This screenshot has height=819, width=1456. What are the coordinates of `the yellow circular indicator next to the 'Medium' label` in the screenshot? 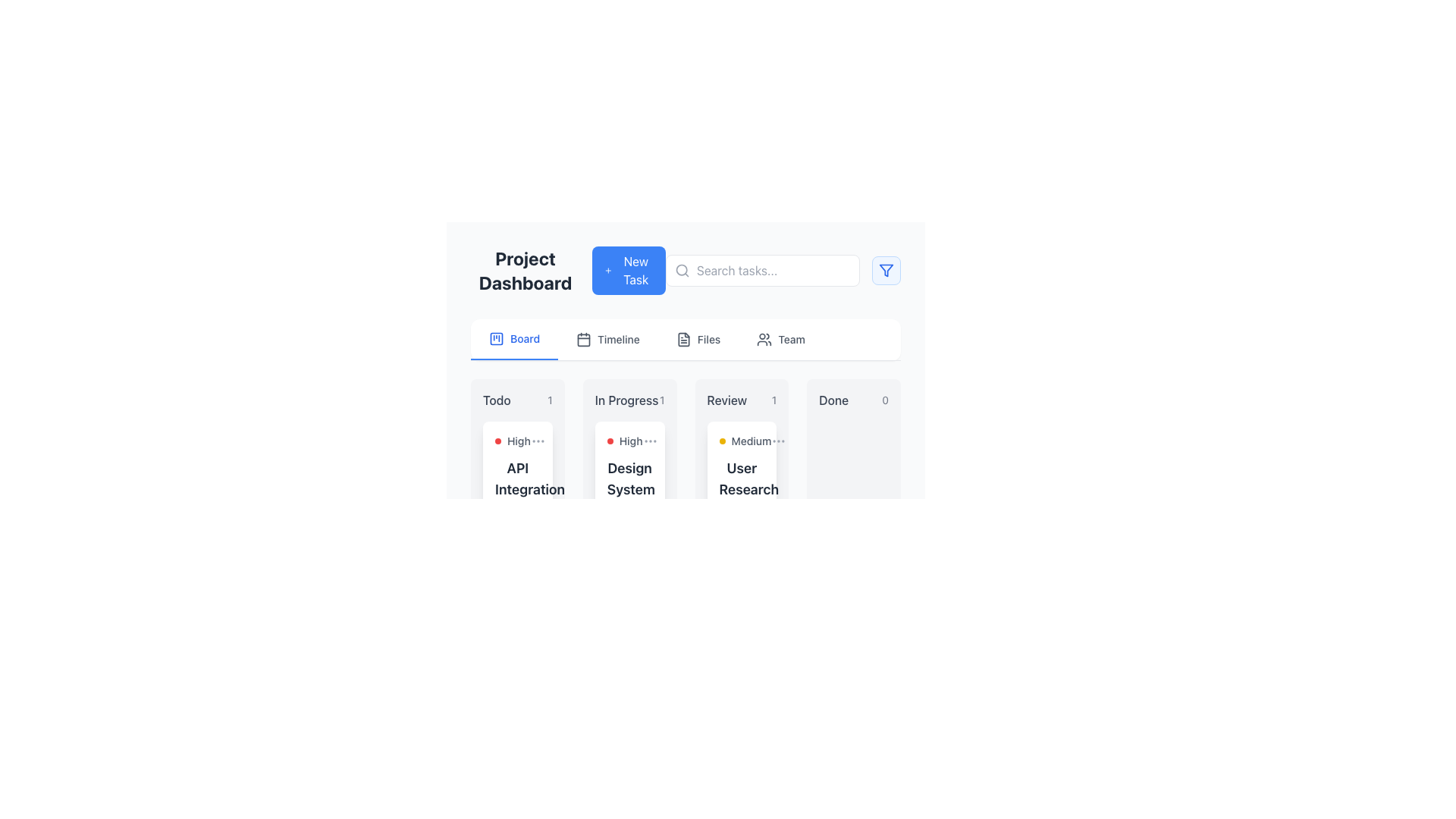 It's located at (742, 441).